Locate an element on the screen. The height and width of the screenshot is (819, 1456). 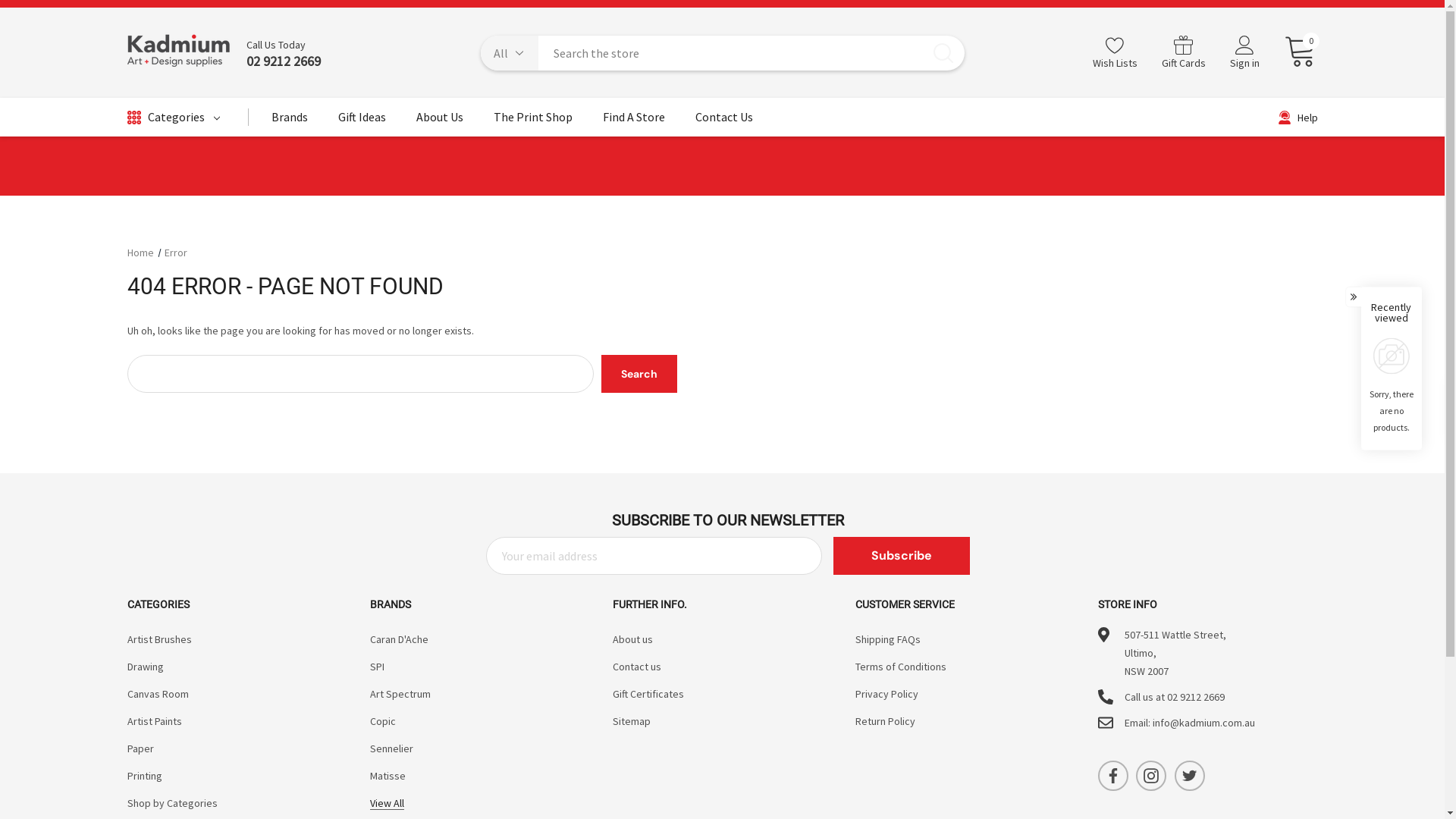
'Terms of Conditions' is located at coordinates (901, 666).